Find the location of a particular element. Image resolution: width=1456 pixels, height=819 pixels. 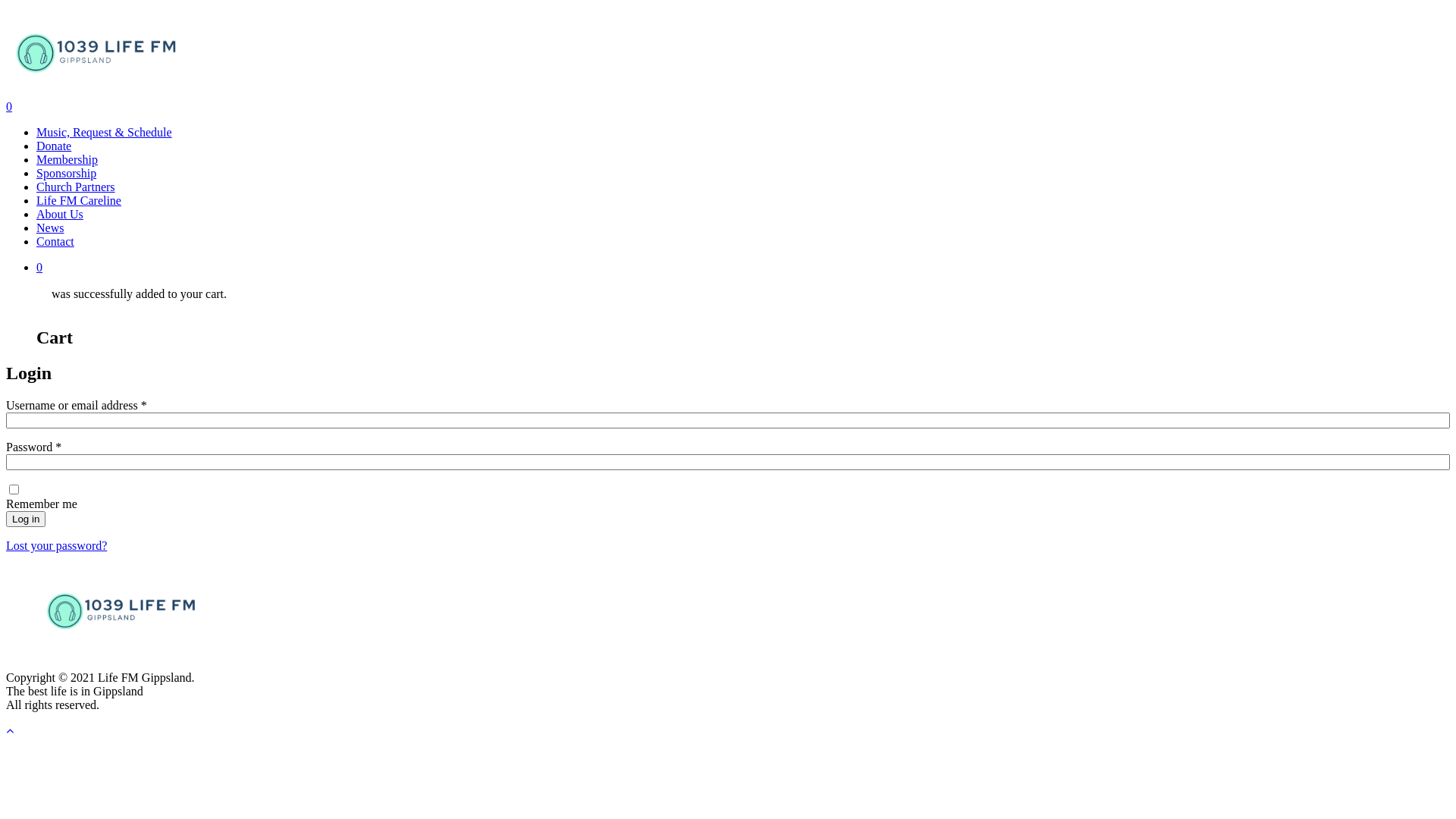

'News' is located at coordinates (50, 227).